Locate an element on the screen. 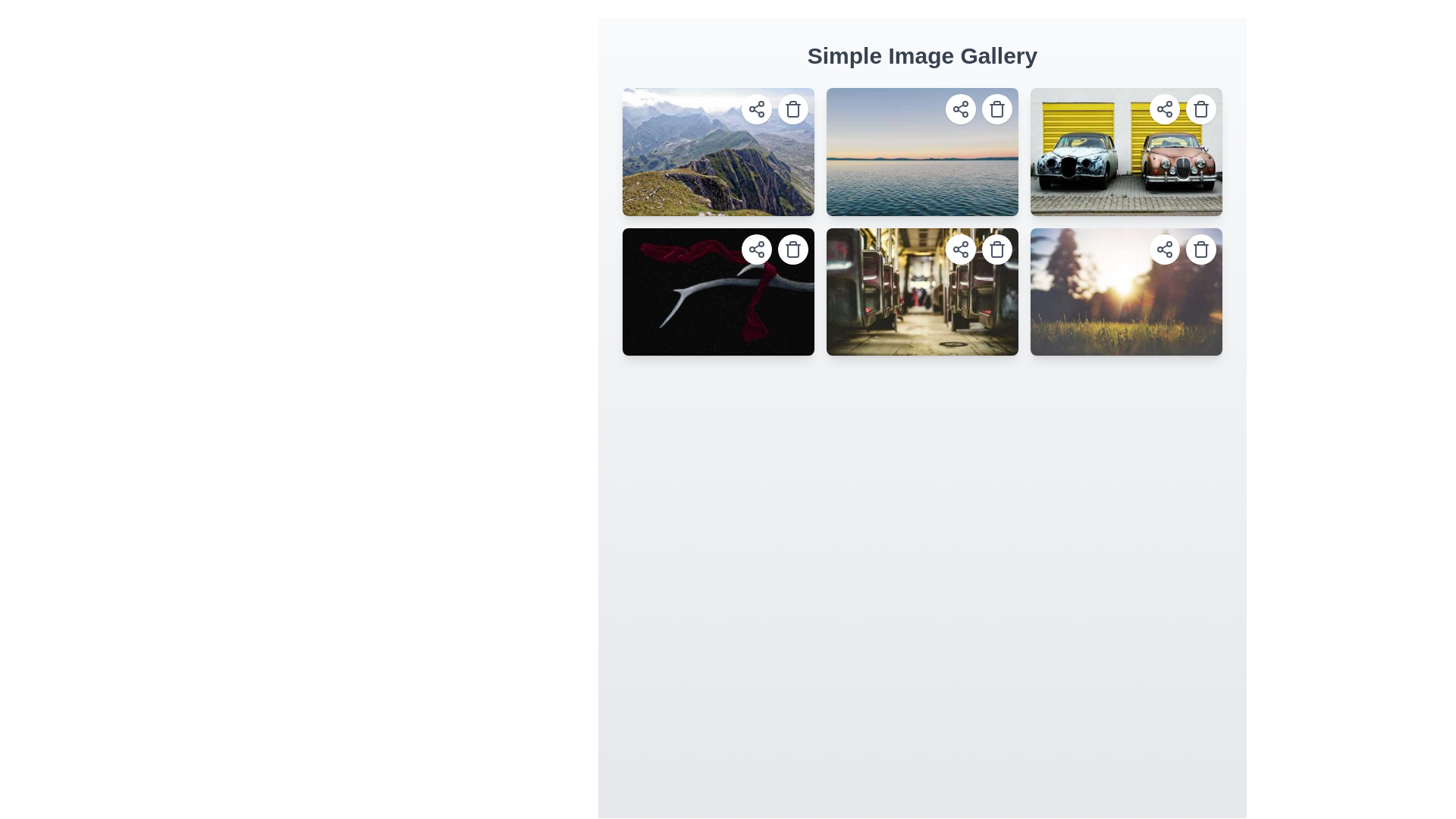  the share button located in the top-right corner of the fourth image in the second row of the gallery grid is located at coordinates (1164, 247).